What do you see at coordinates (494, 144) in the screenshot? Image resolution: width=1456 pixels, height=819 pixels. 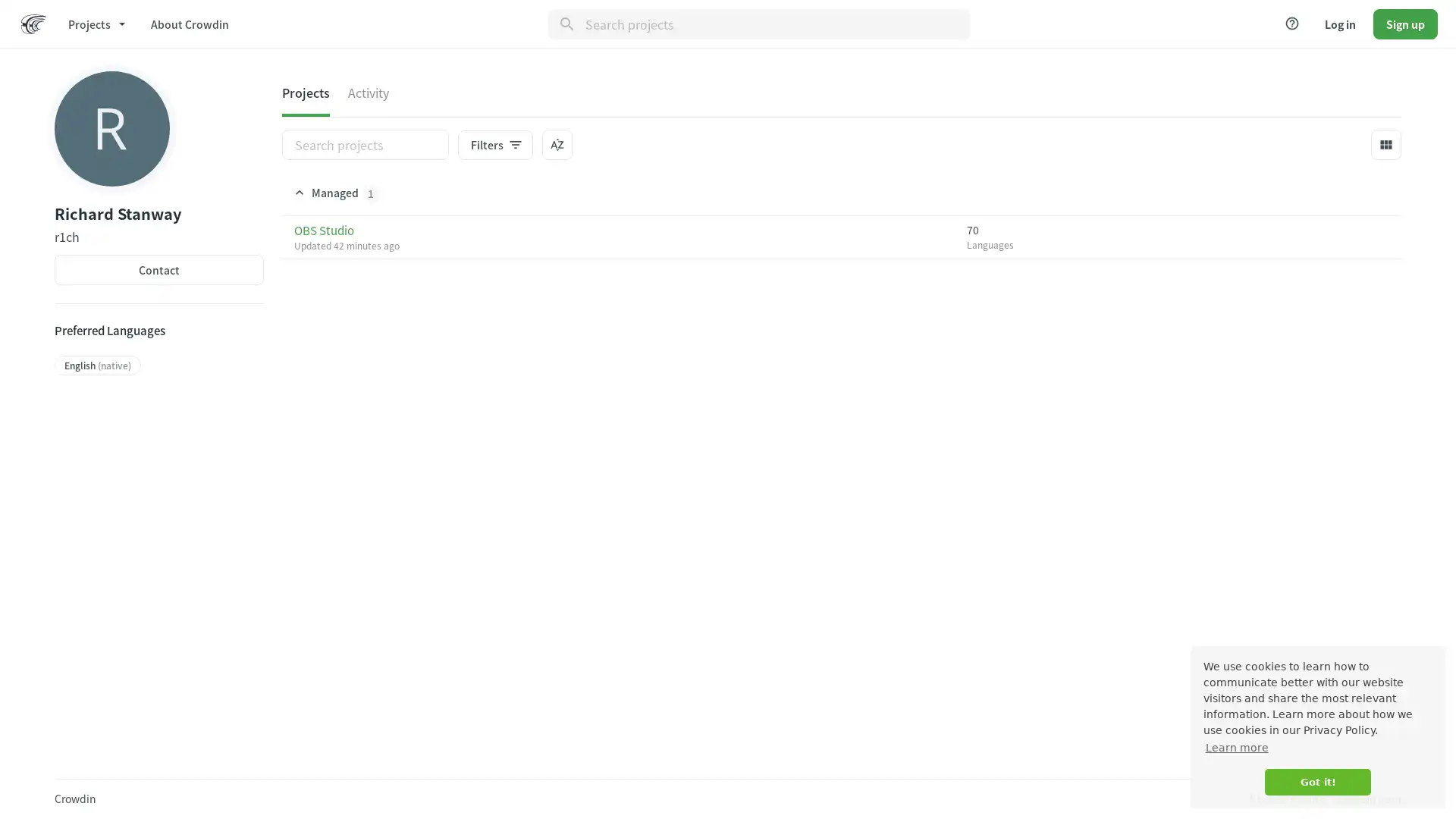 I see `Filtersfilter_list` at bounding box center [494, 144].